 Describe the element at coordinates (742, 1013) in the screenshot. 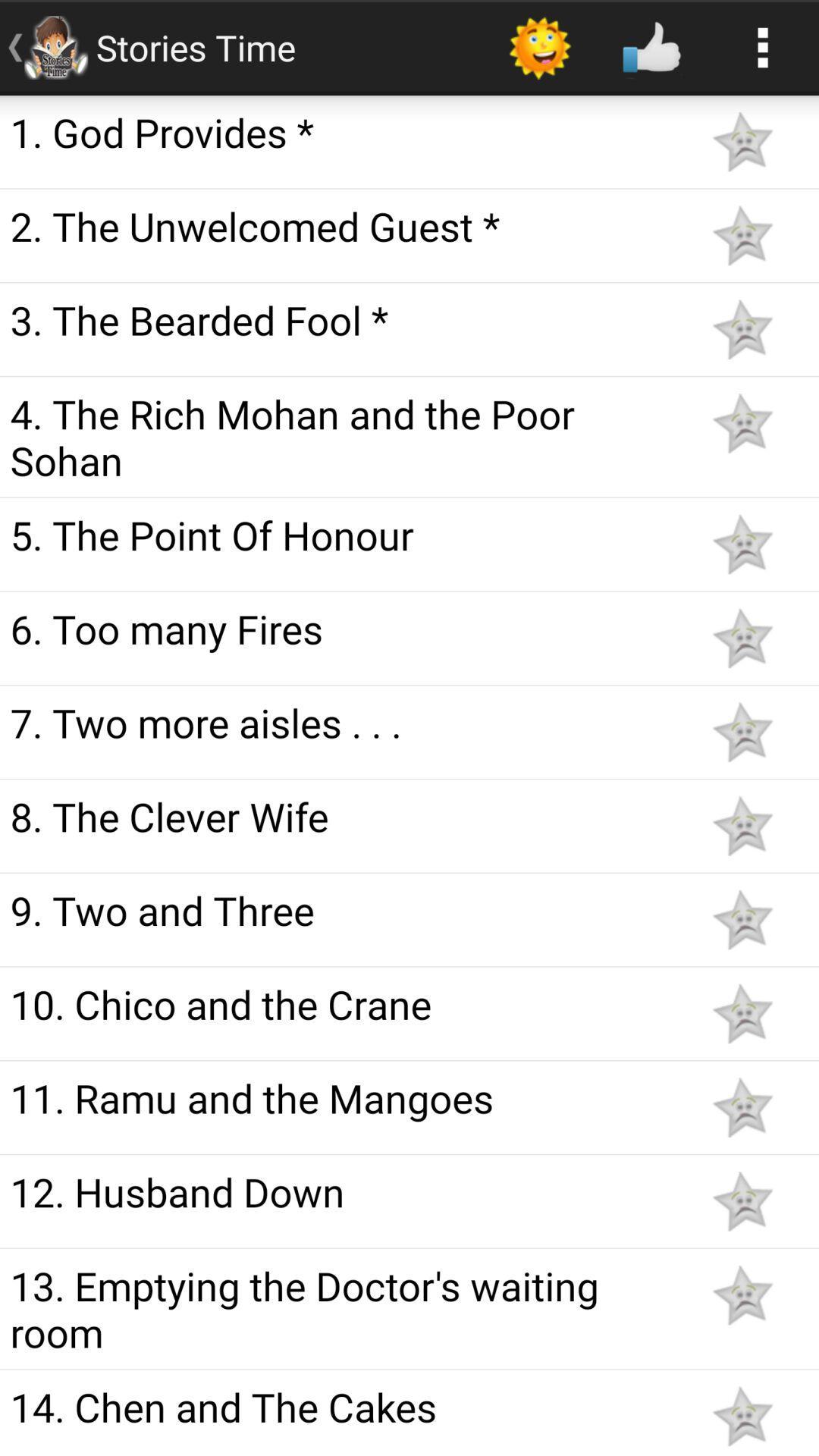

I see `to bookmark` at that location.